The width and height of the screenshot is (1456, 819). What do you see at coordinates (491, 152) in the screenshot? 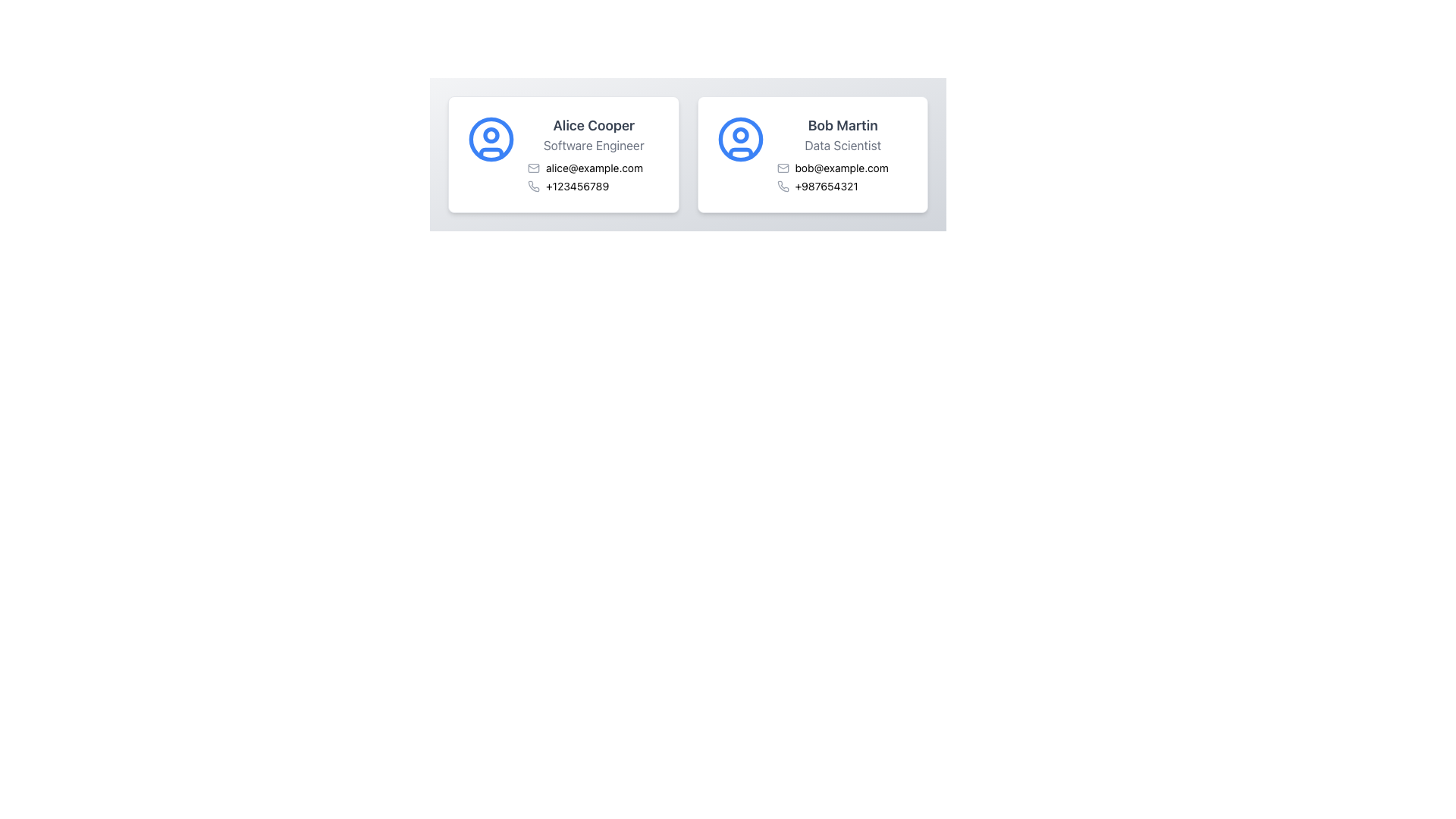
I see `the third sub-component of the user icon representing Alice Cooper, located at the bottom portion of the circle` at bounding box center [491, 152].